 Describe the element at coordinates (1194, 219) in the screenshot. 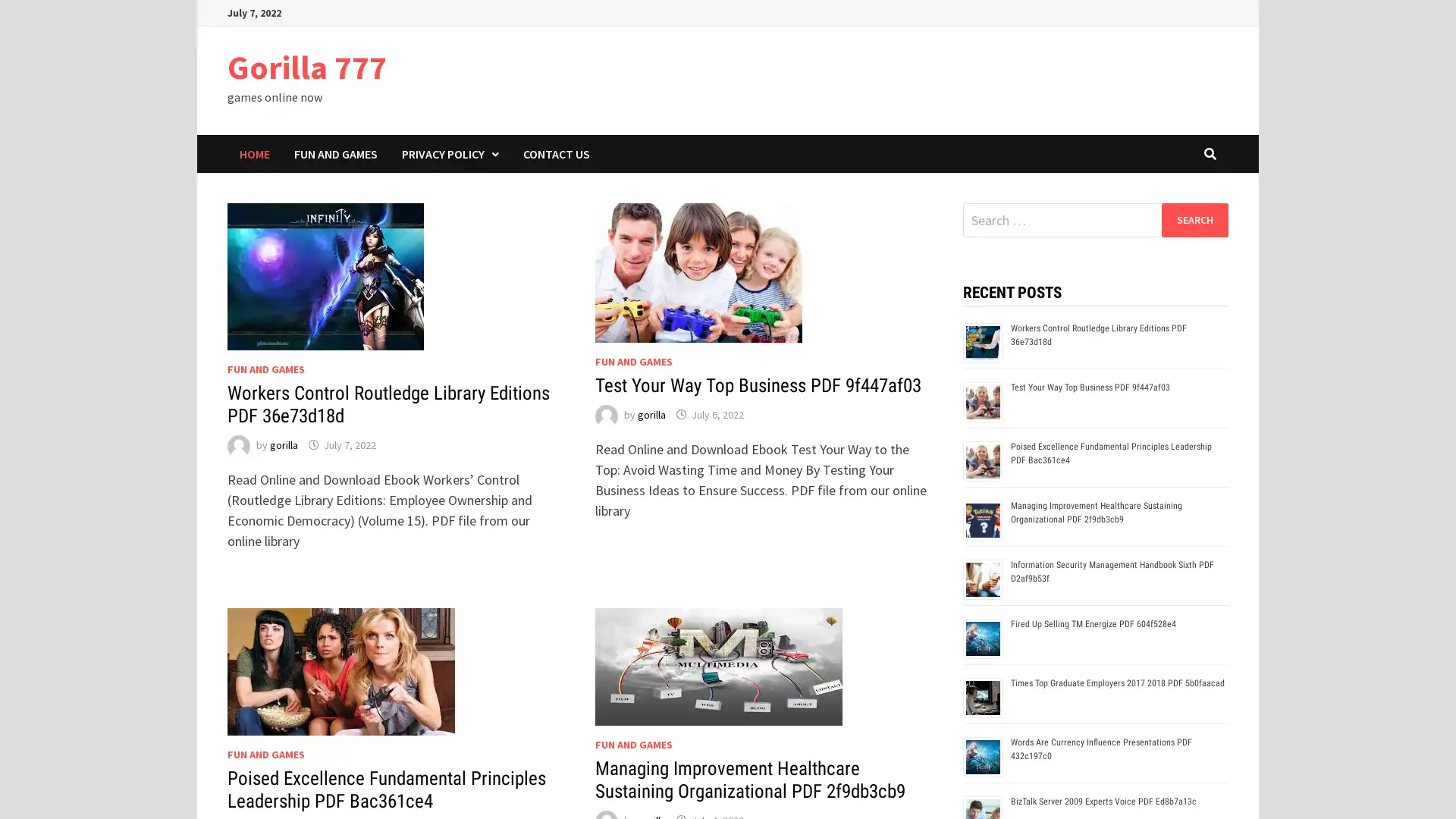

I see `Search` at that location.